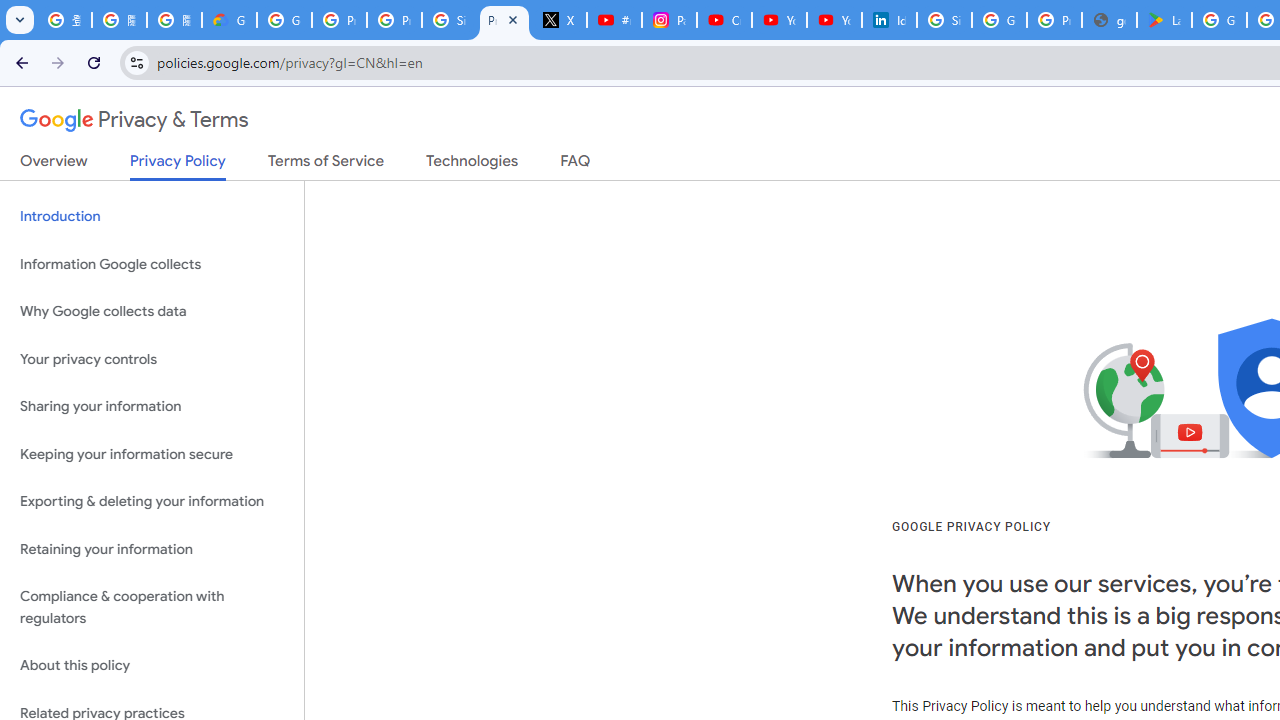 The width and height of the screenshot is (1280, 720). What do you see at coordinates (1108, 20) in the screenshot?
I see `'google_privacy_policy_en.pdf'` at bounding box center [1108, 20].